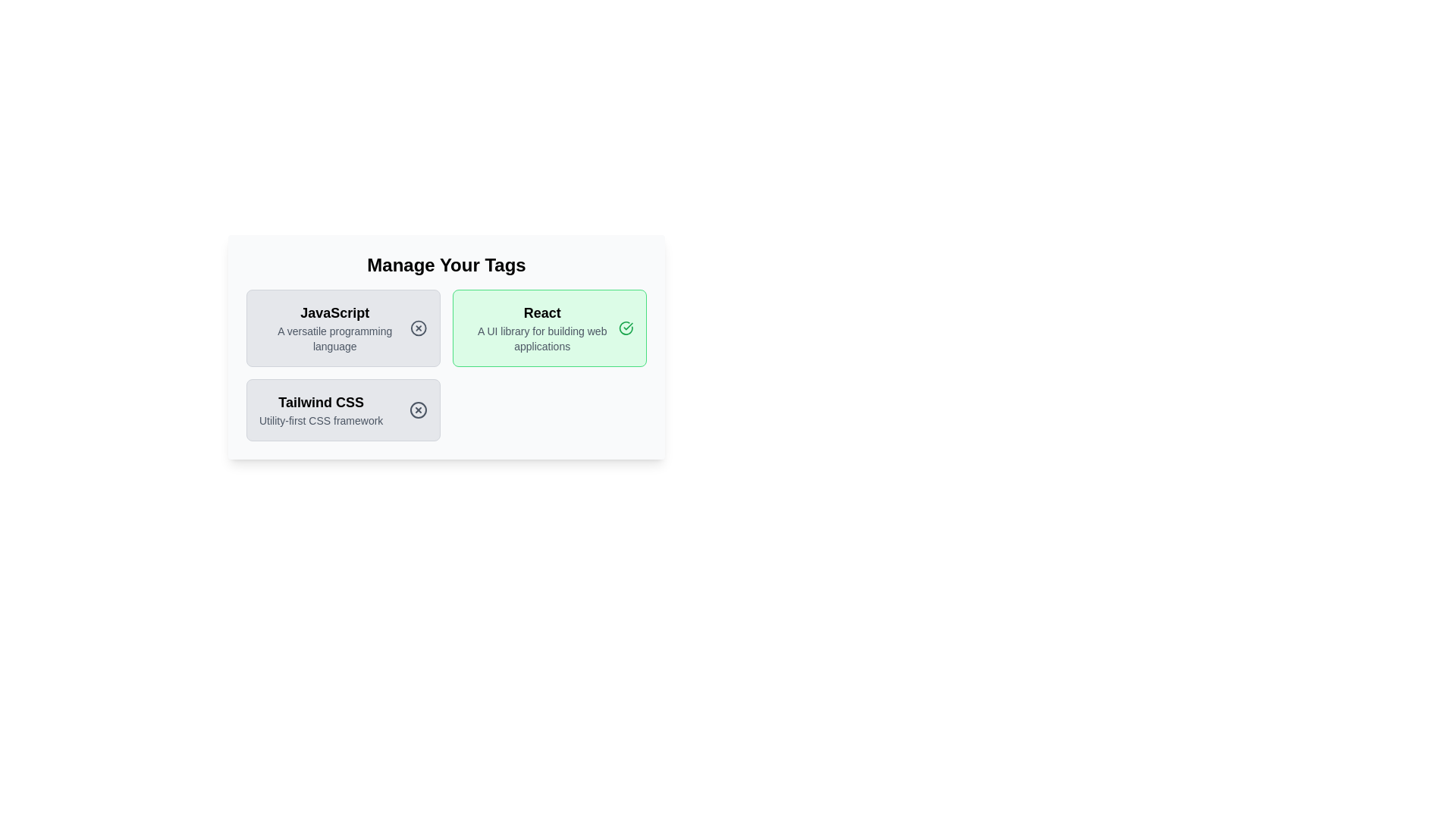 Image resolution: width=1456 pixels, height=819 pixels. Describe the element at coordinates (342, 409) in the screenshot. I see `the tag with name Tailwind CSS` at that location.